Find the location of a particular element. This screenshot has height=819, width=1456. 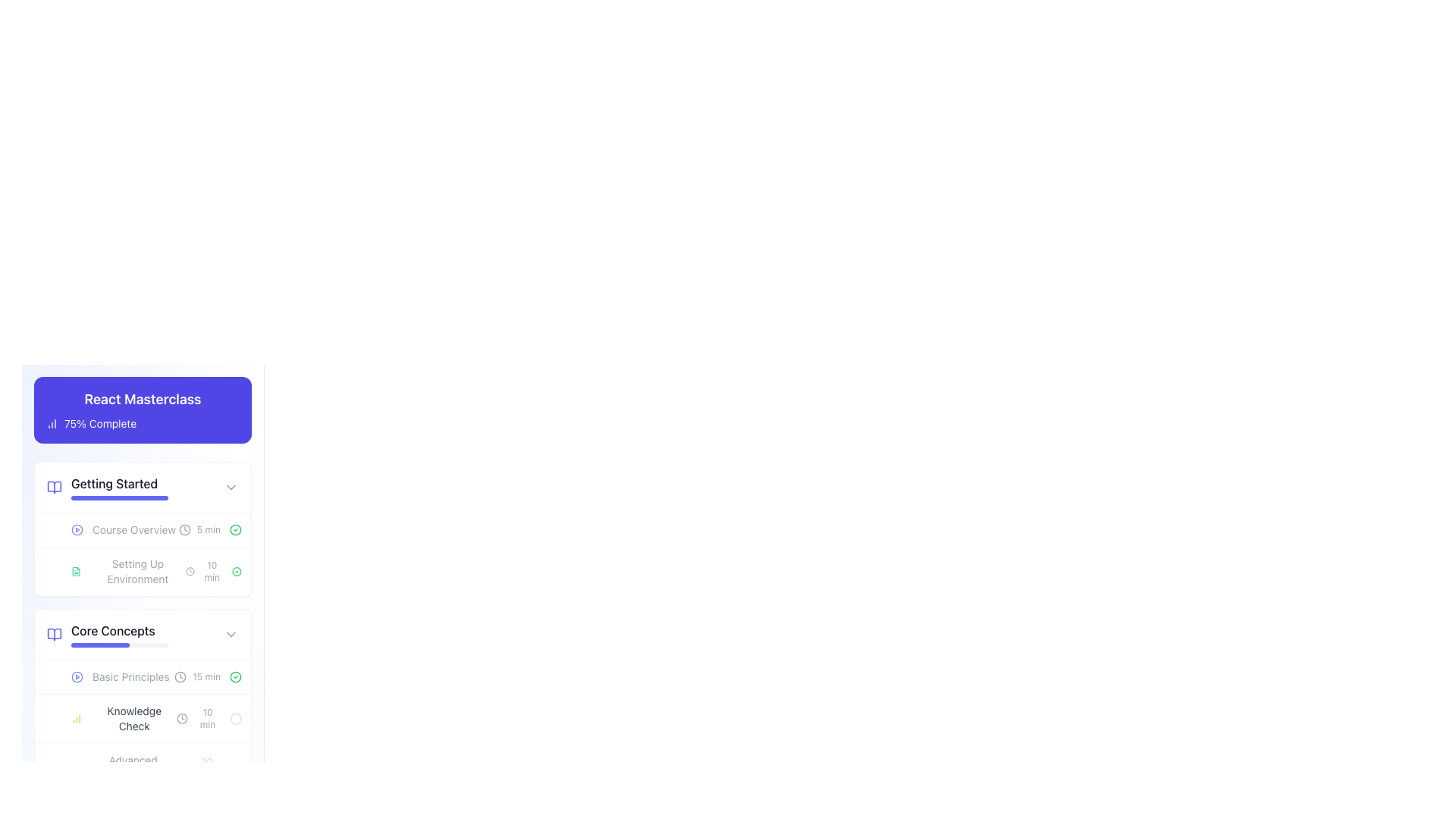

progress information from the text label that displays '75% Complete', which is styled in white text on a blue background and located near the title 'React Masterclass' is located at coordinates (99, 424).